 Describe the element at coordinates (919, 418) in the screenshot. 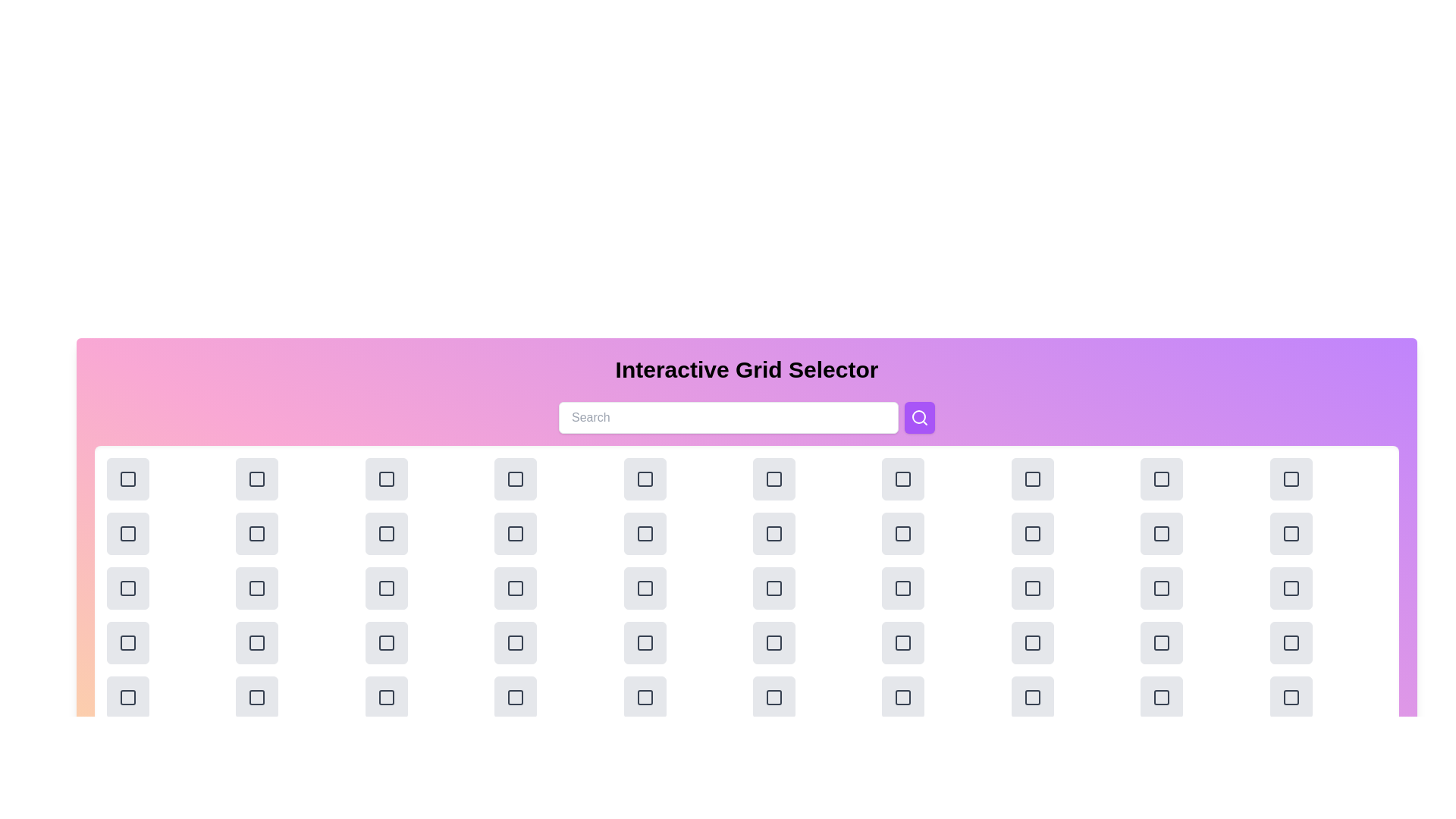

I see `the search button` at that location.